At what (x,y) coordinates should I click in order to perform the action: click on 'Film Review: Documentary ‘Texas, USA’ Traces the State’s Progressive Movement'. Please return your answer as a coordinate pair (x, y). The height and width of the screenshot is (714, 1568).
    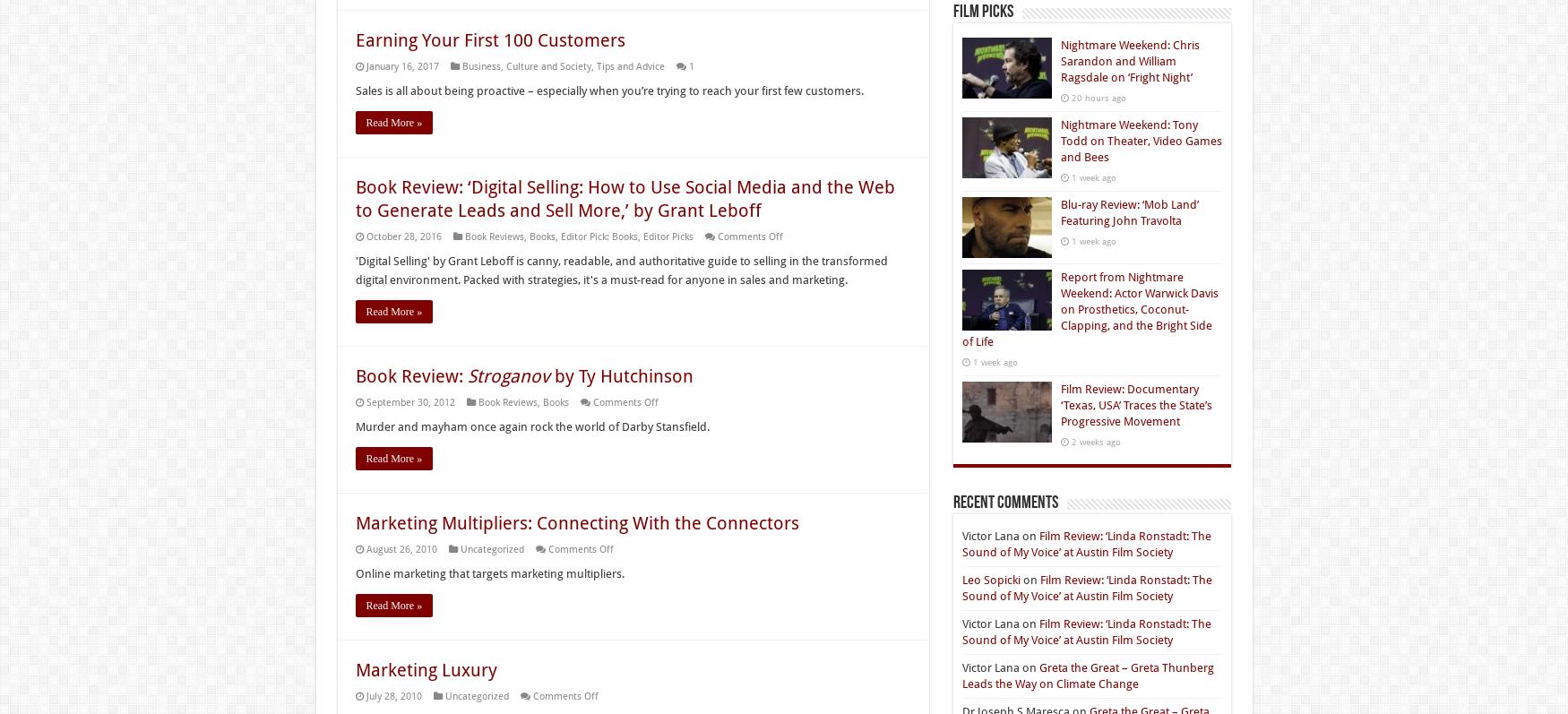
    Looking at the image, I should click on (1059, 404).